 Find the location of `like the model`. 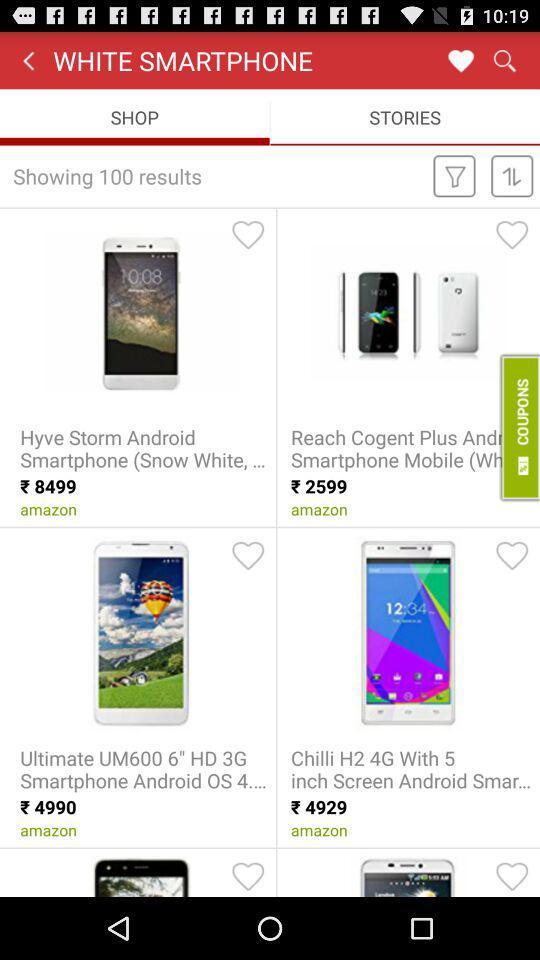

like the model is located at coordinates (512, 875).